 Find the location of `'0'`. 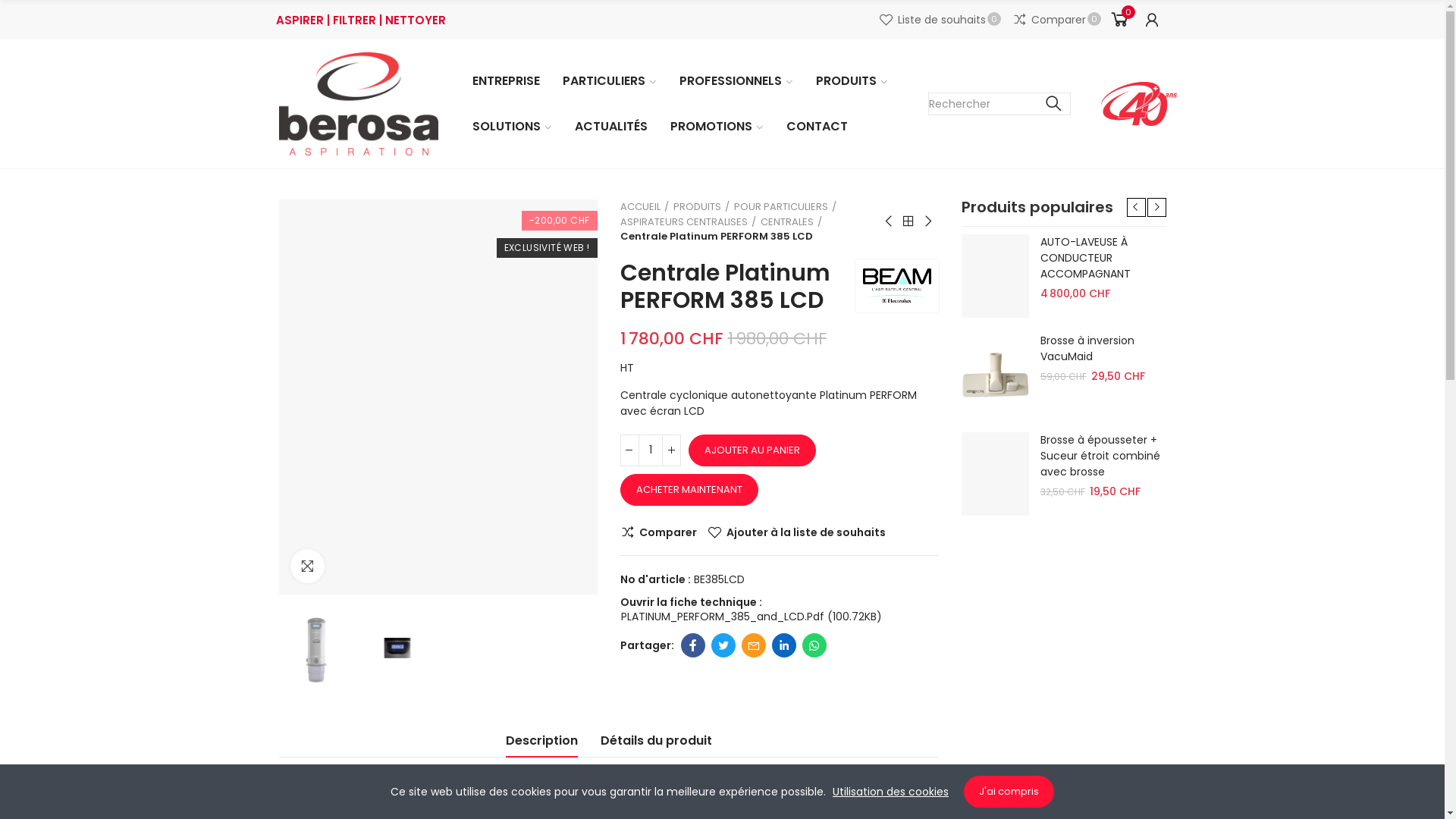

'0' is located at coordinates (1118, 20).